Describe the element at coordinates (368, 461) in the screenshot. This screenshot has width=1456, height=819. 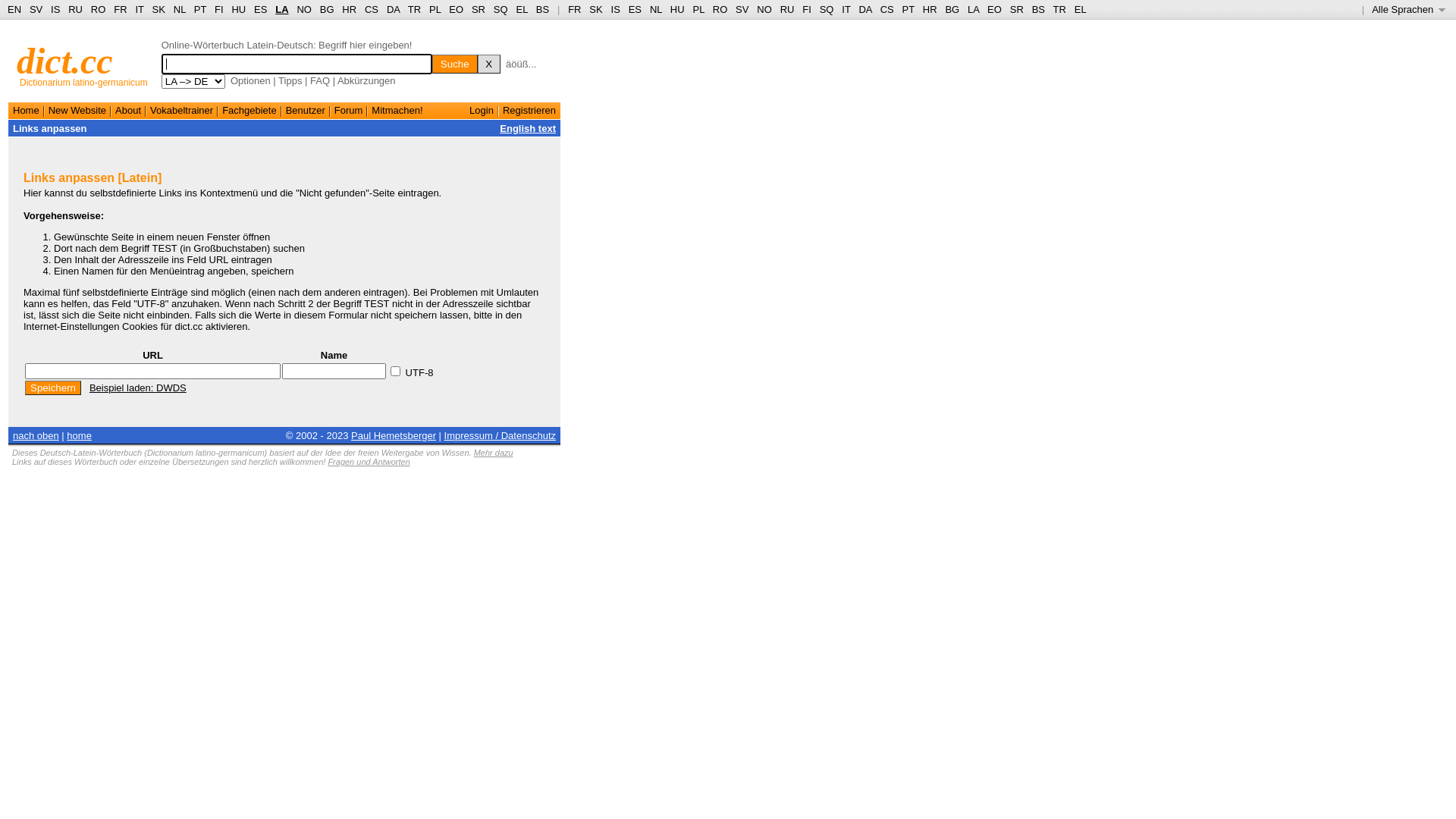
I see `'Fragen und Antworten'` at that location.